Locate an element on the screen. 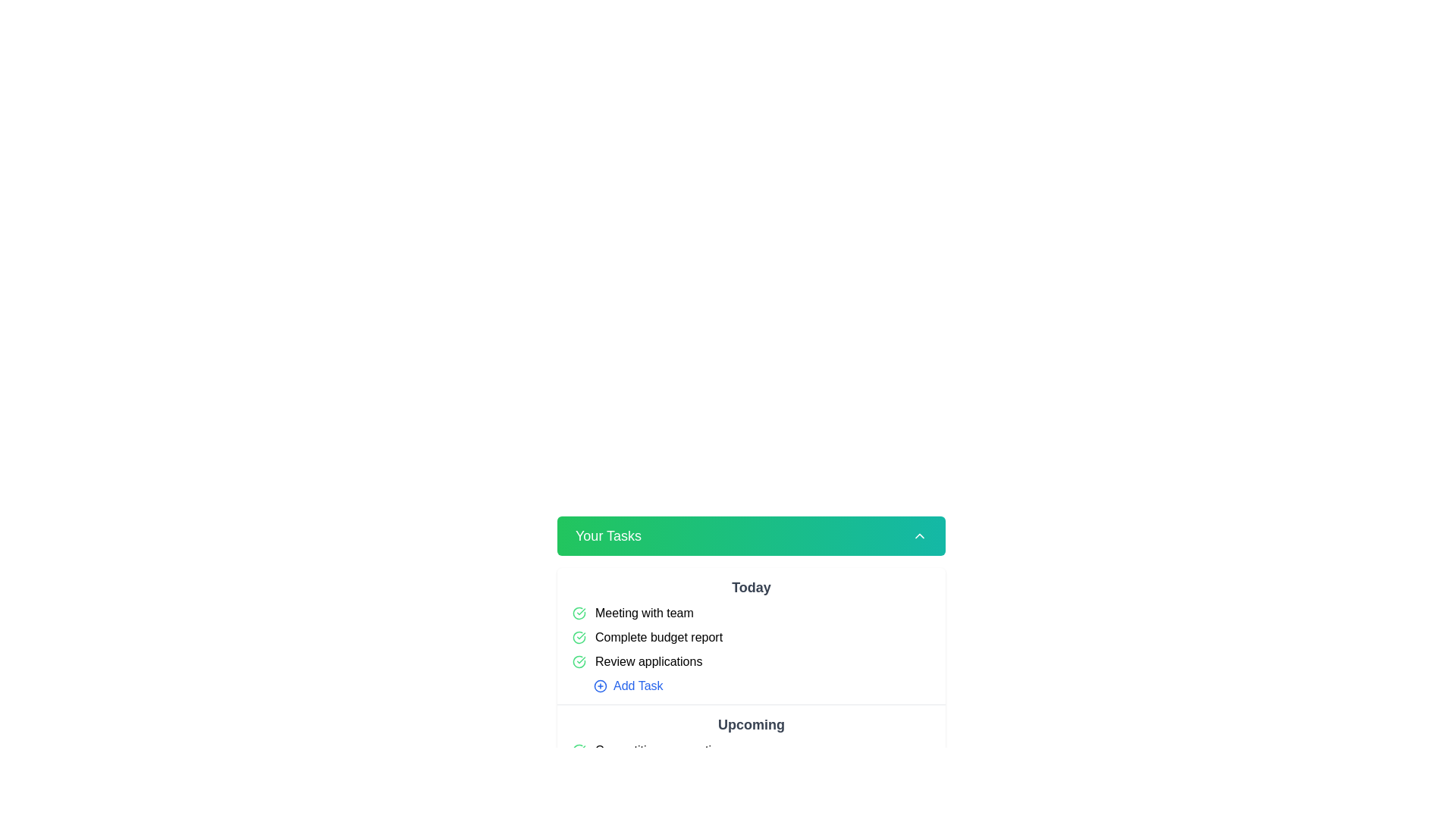  the button to add a new task to the 'Today' list, located beneath the task list after 'Review applications' is located at coordinates (617, 686).